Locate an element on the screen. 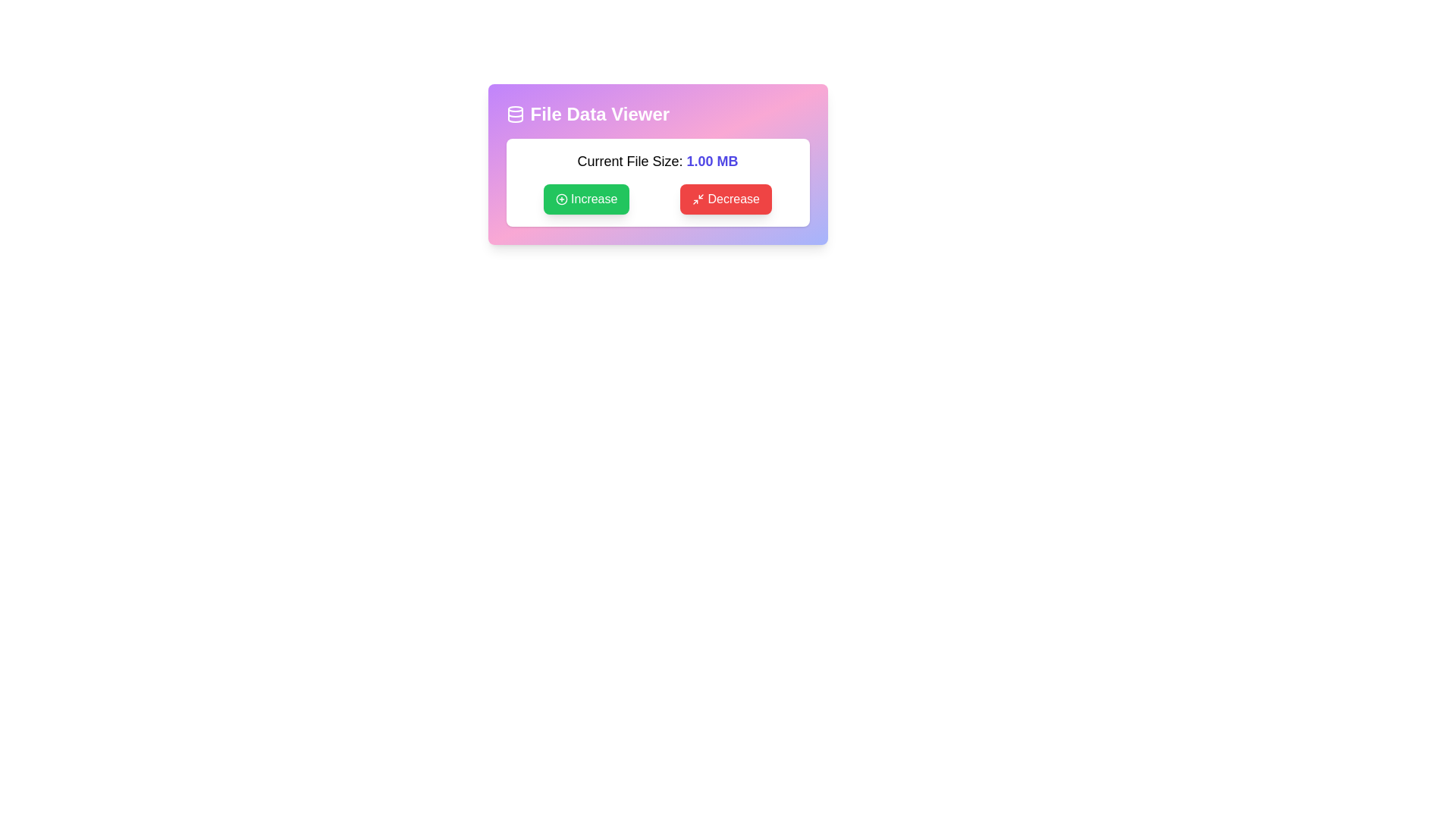 This screenshot has width=1456, height=819. text label displaying 'File Data Viewer', which is a bold, white font positioned to the right of a database icon at the top-left corner of a card is located at coordinates (599, 113).